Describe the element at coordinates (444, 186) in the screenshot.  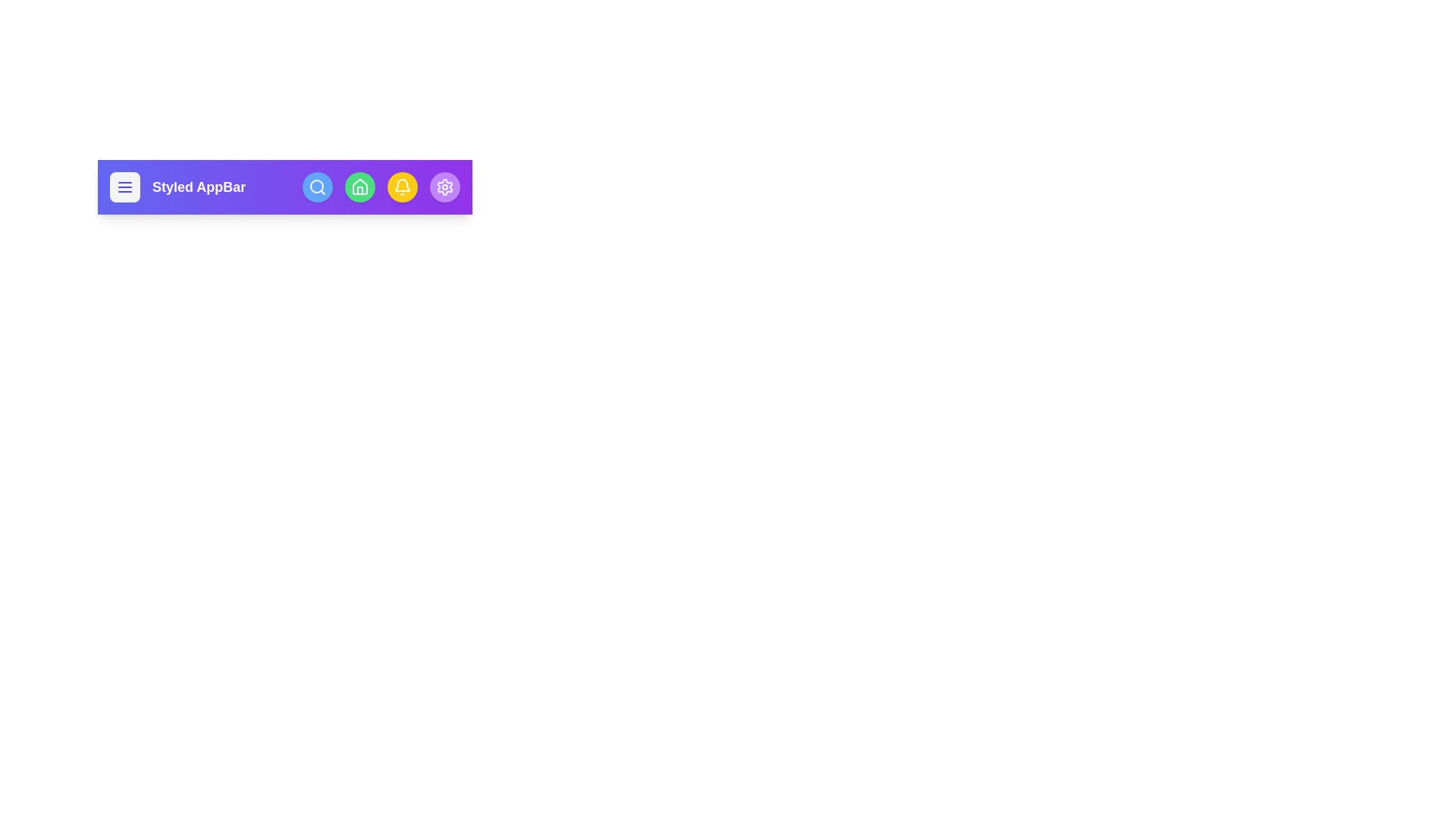
I see `the icon settings to observe its hover effect` at that location.